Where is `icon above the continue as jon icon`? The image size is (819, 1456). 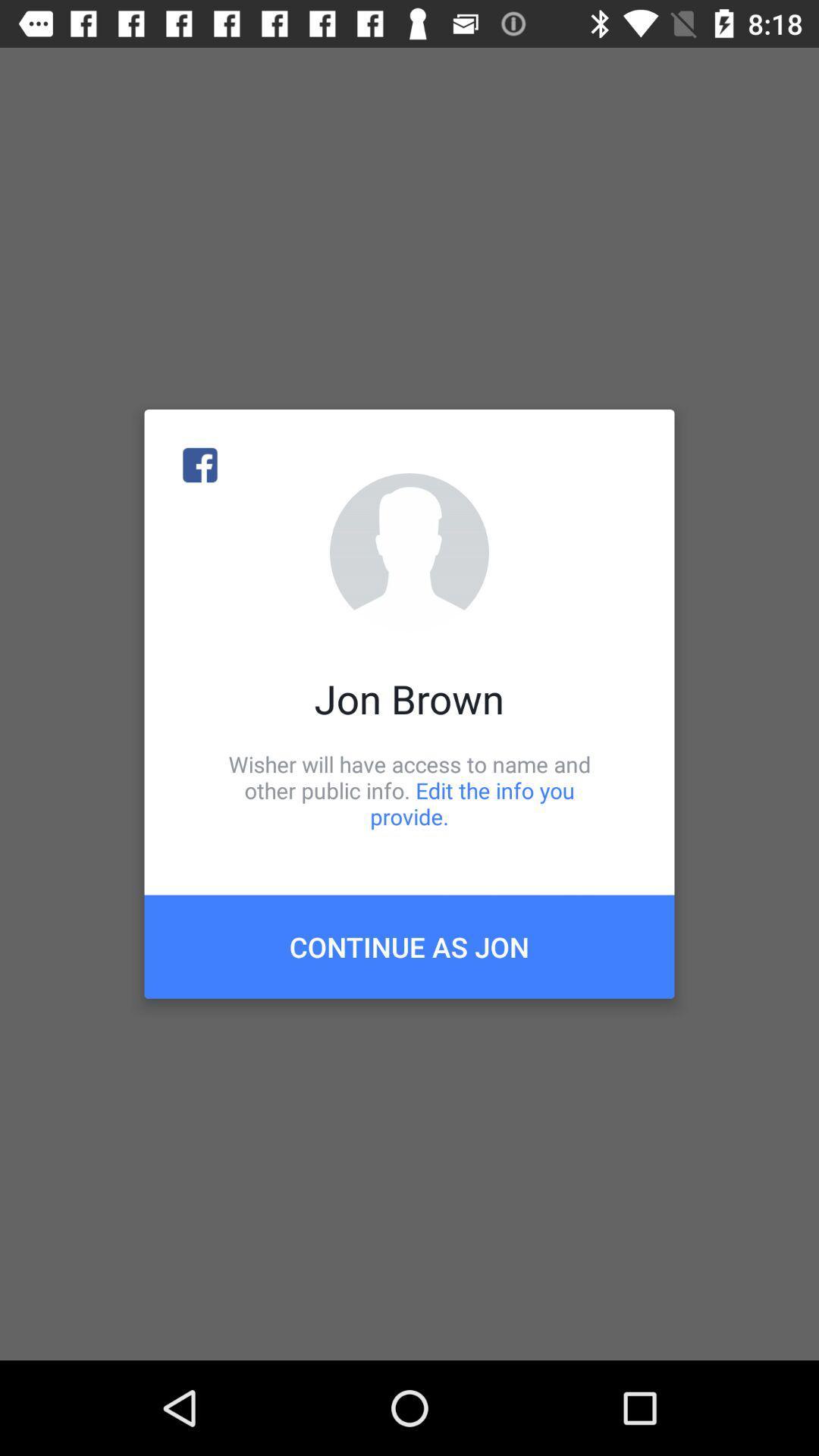
icon above the continue as jon icon is located at coordinates (409, 789).